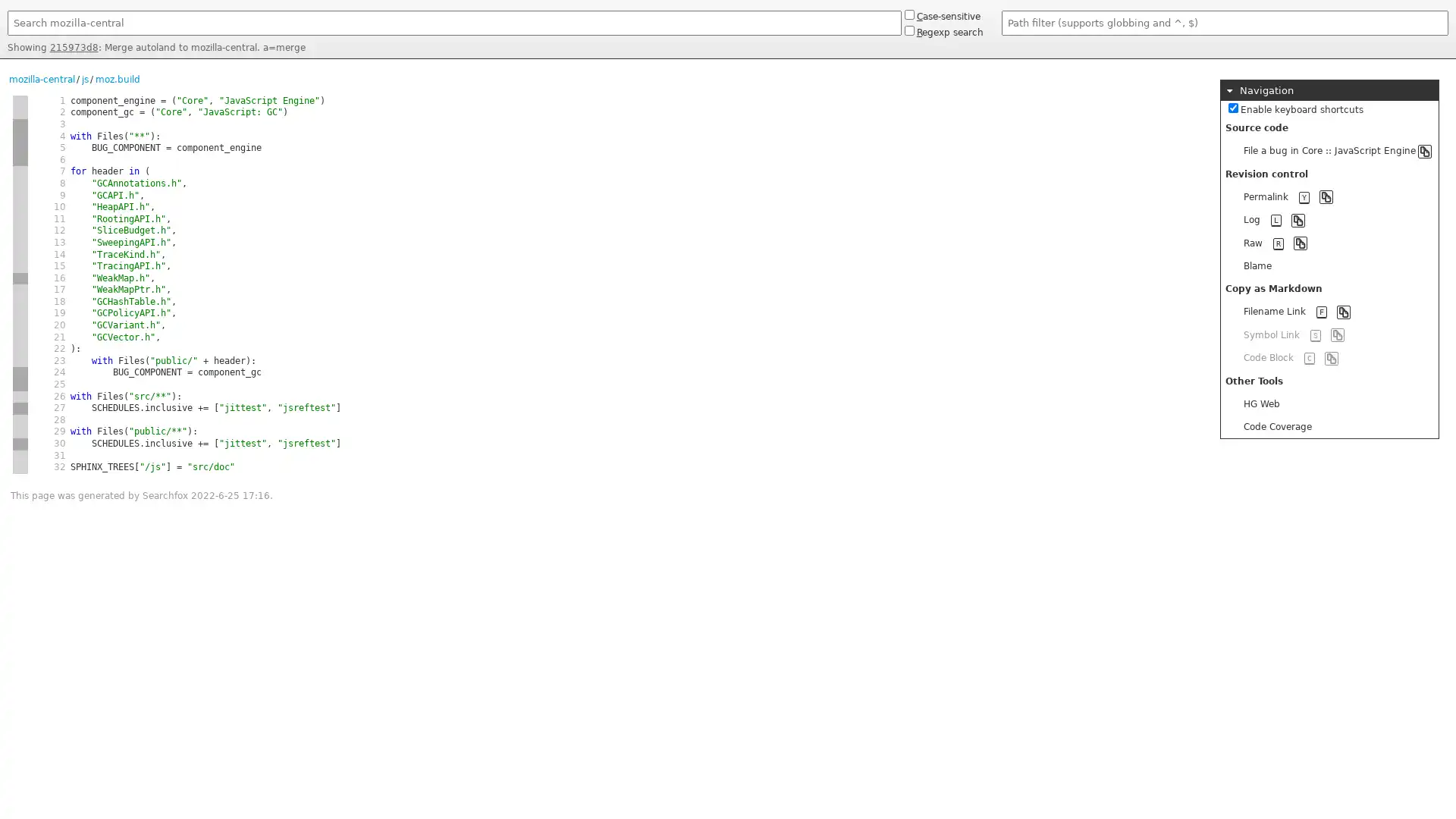 The height and width of the screenshot is (819, 1456). I want to click on same hash 1, so click(20, 242).